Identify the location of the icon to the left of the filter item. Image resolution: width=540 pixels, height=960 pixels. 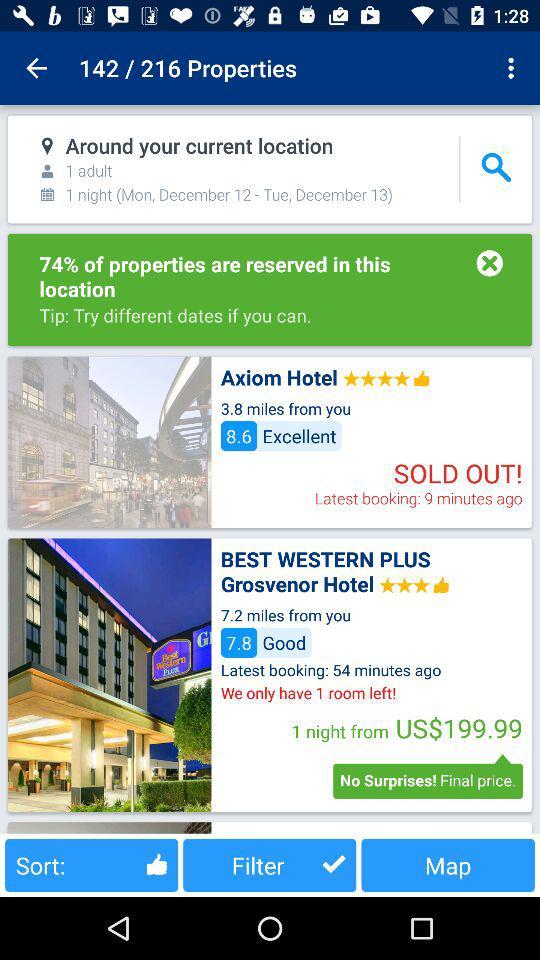
(90, 864).